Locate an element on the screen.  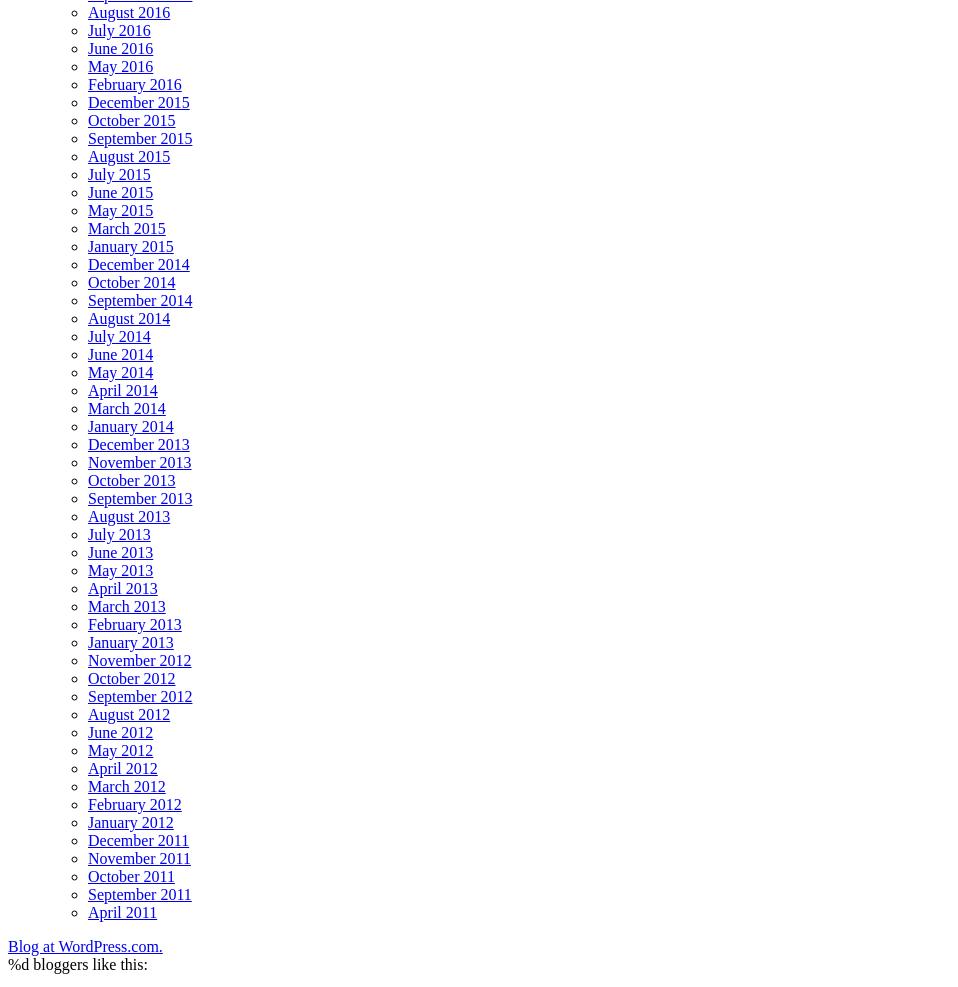
'May 2012' is located at coordinates (120, 749).